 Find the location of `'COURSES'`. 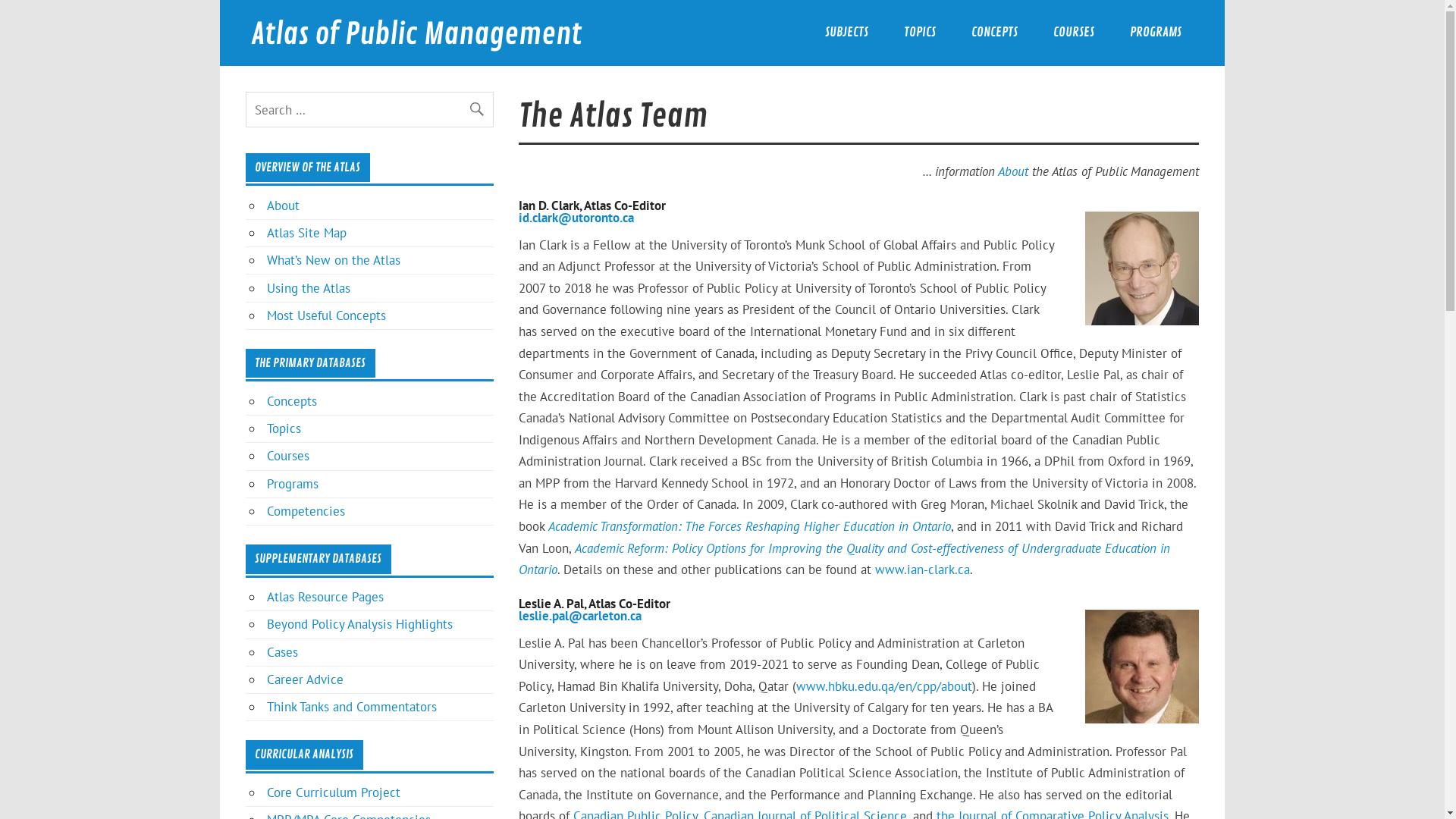

'COURSES' is located at coordinates (1072, 33).